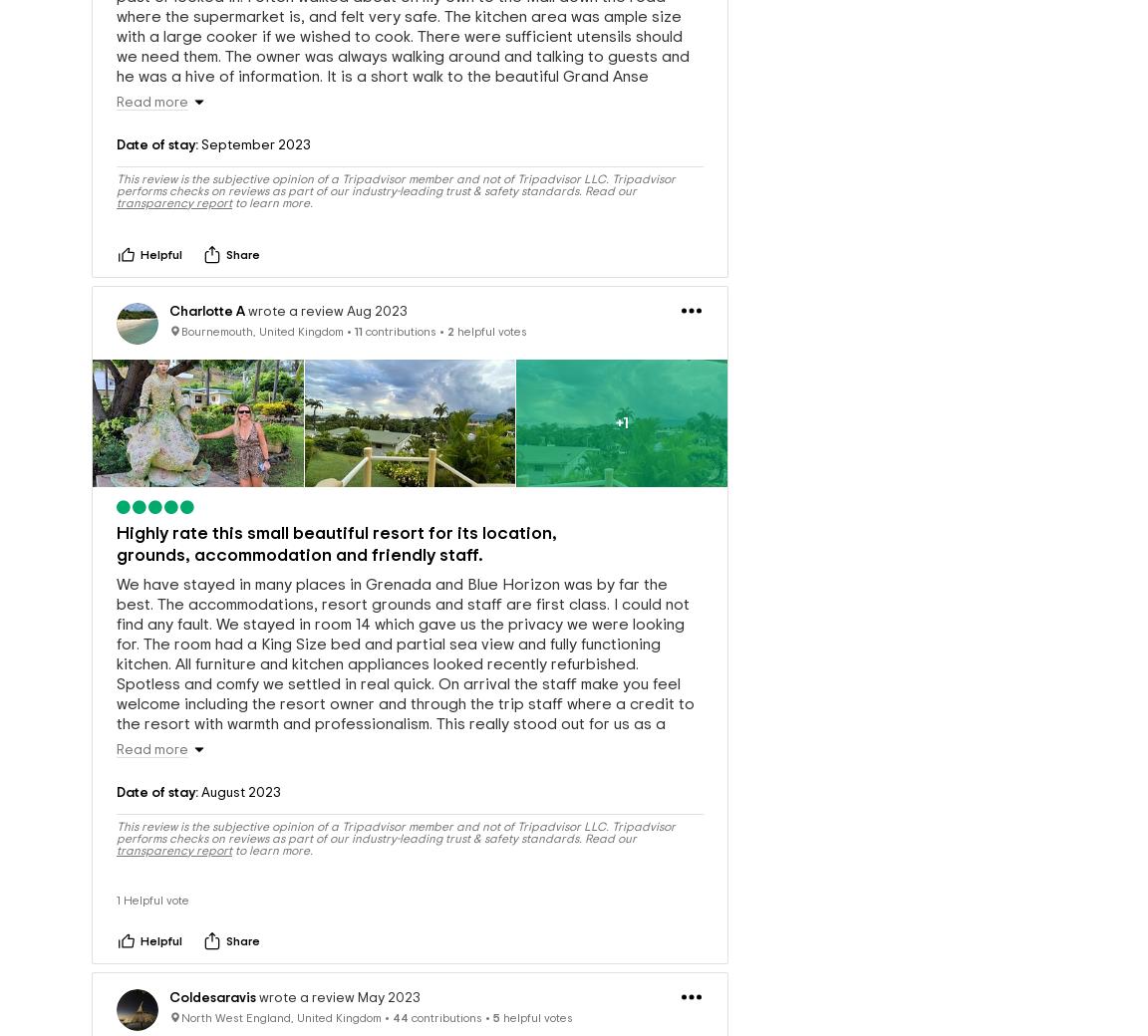  I want to click on 'September 2023', so click(254, 150).